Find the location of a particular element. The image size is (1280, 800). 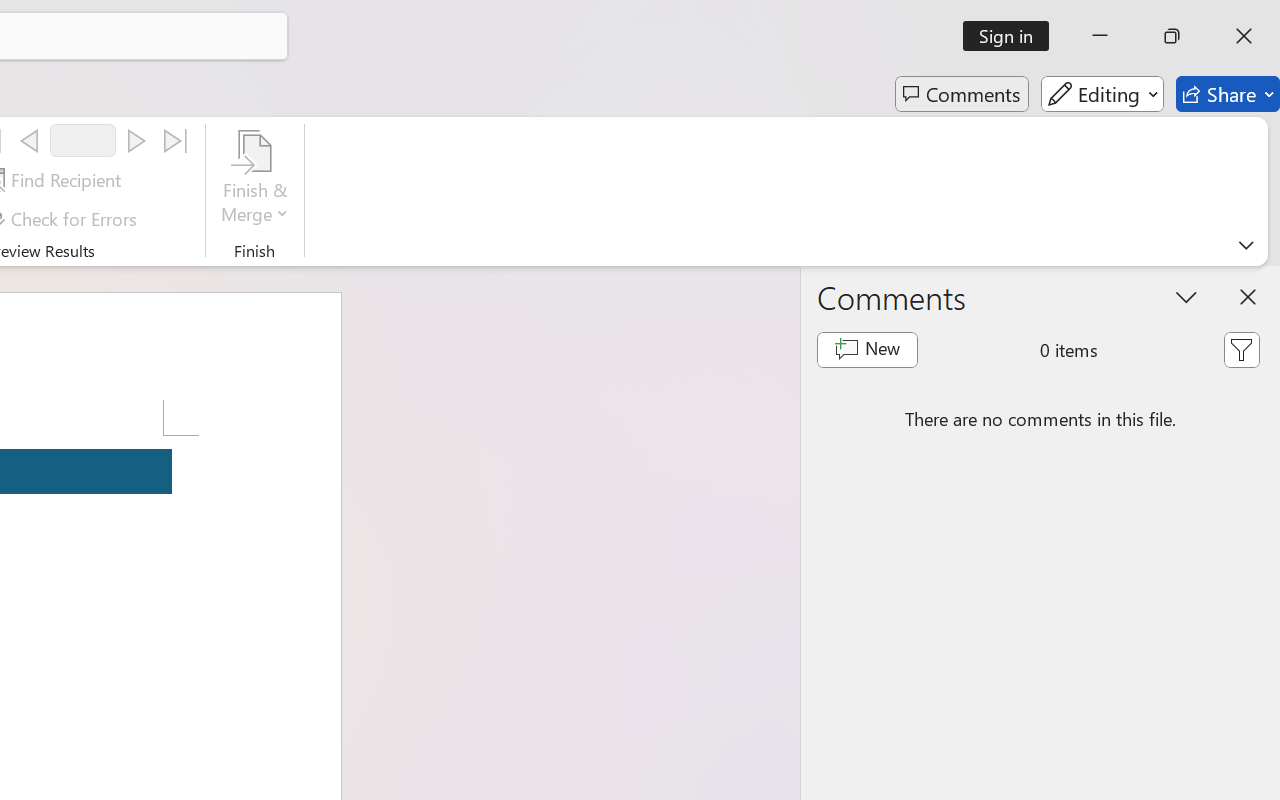

'New comment' is located at coordinates (867, 350).